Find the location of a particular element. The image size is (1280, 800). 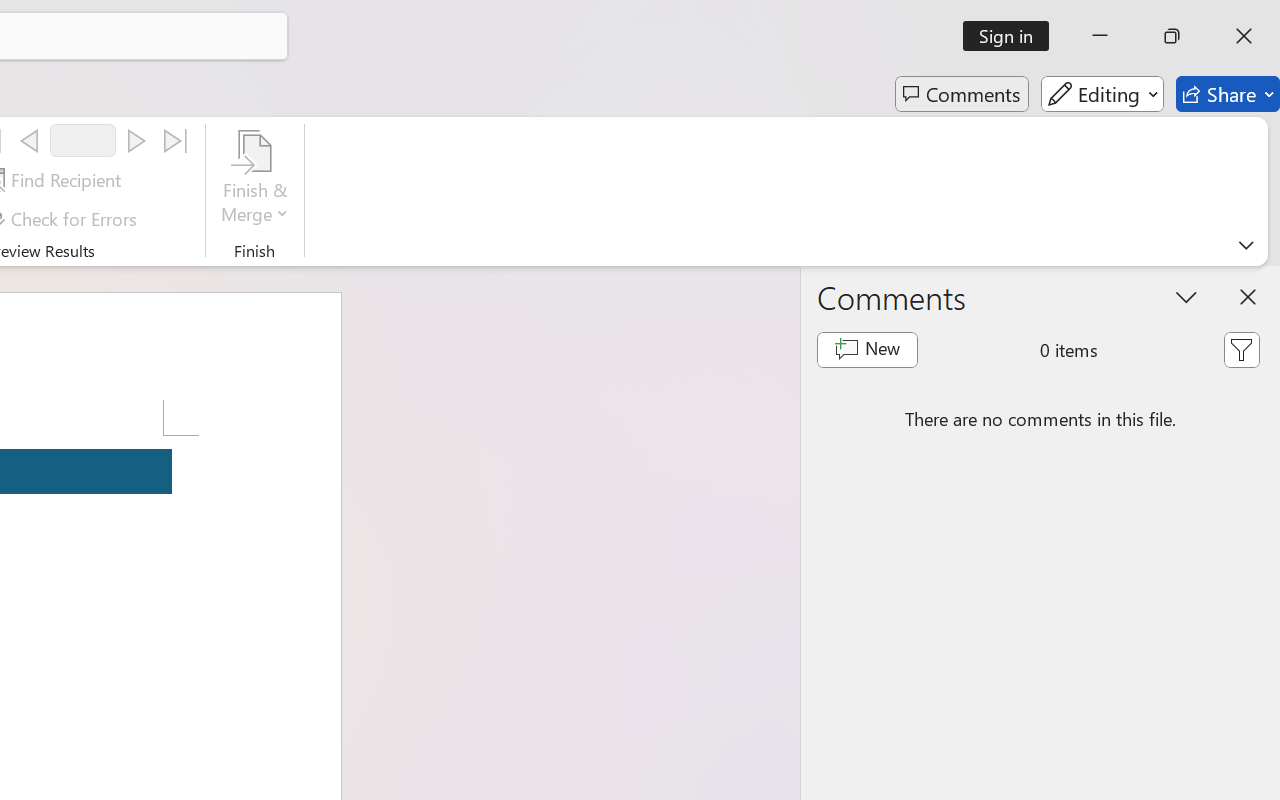

'New comment' is located at coordinates (867, 350).